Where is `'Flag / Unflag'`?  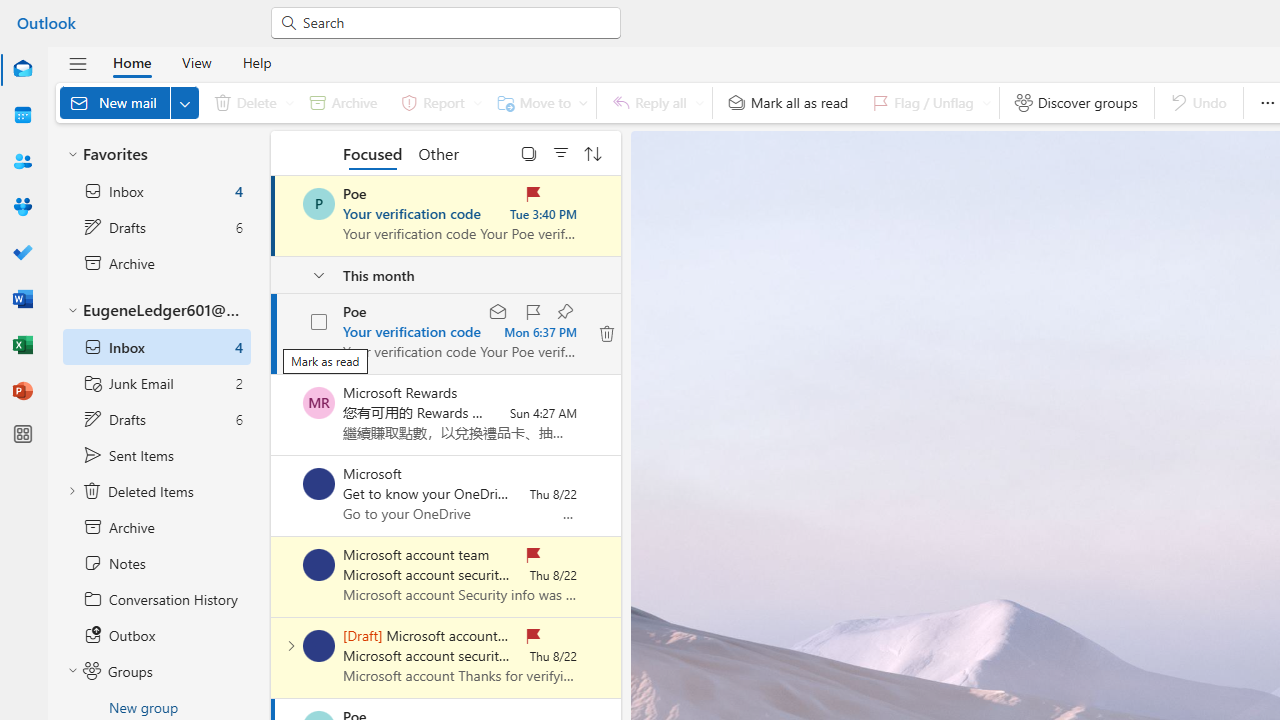 'Flag / Unflag' is located at coordinates (926, 102).